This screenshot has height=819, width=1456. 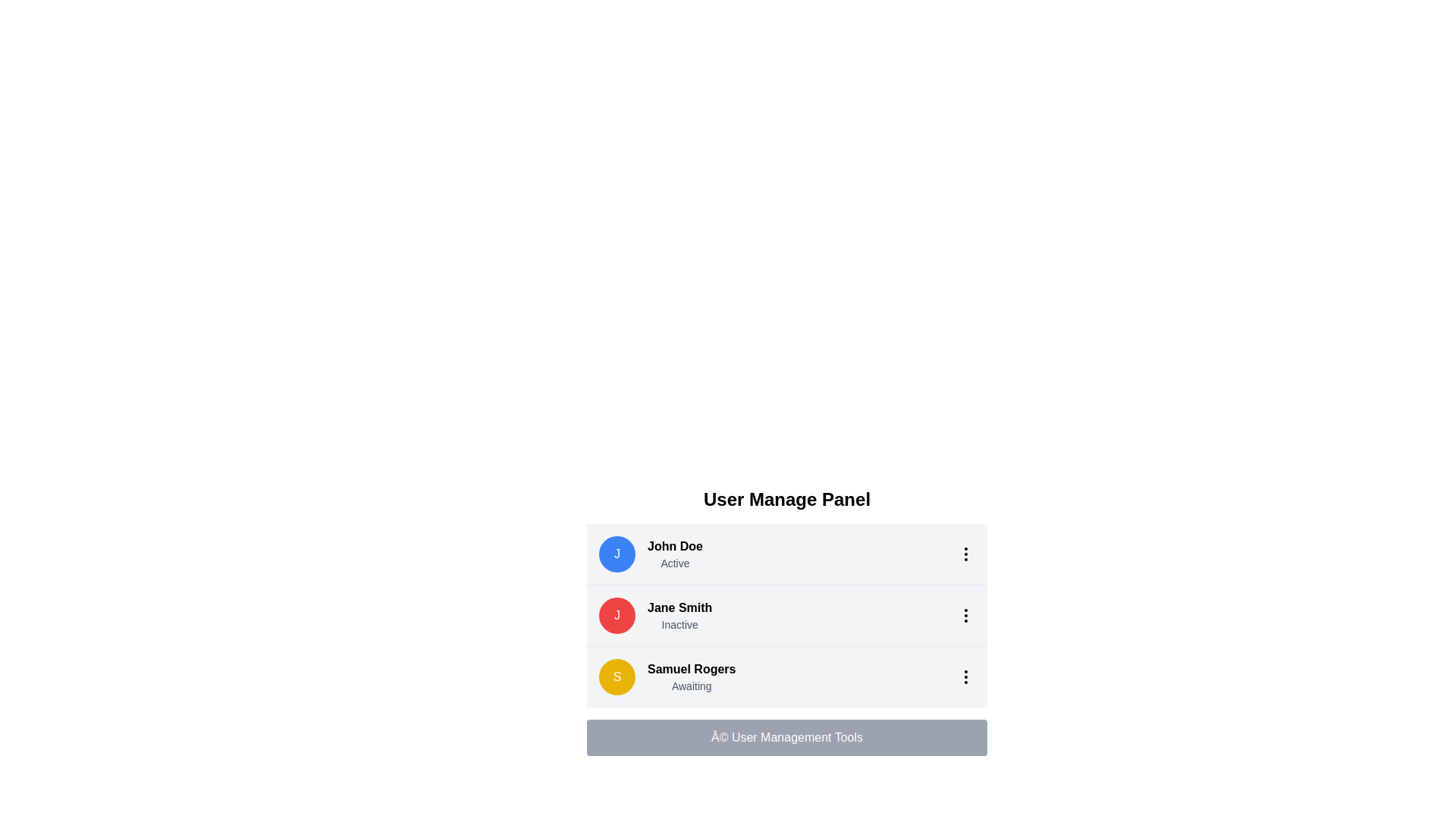 What do you see at coordinates (674, 554) in the screenshot?
I see `the text display element that shows the user's name and status information, located to the right of the blue circular icon with the letter 'J' in the first entry of the user profiles list` at bounding box center [674, 554].